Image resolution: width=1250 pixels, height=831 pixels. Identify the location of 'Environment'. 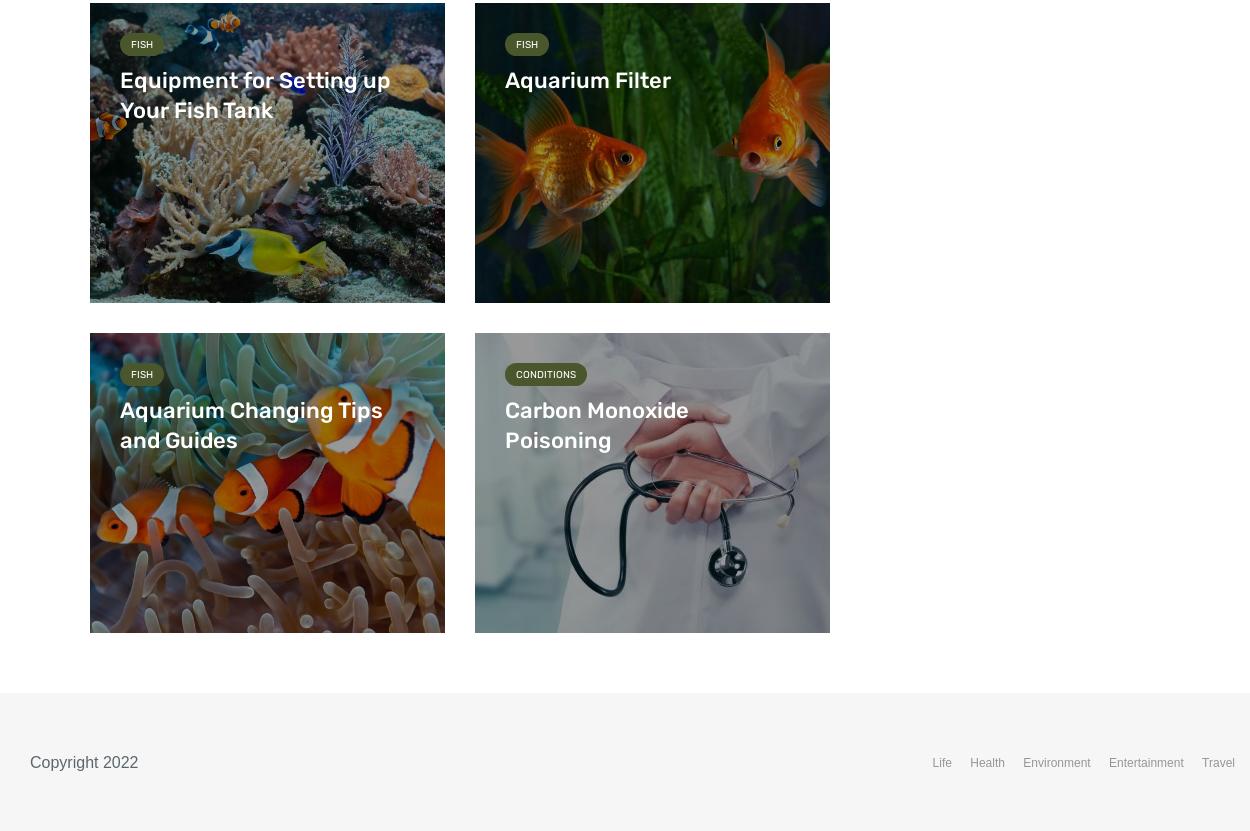
(1056, 763).